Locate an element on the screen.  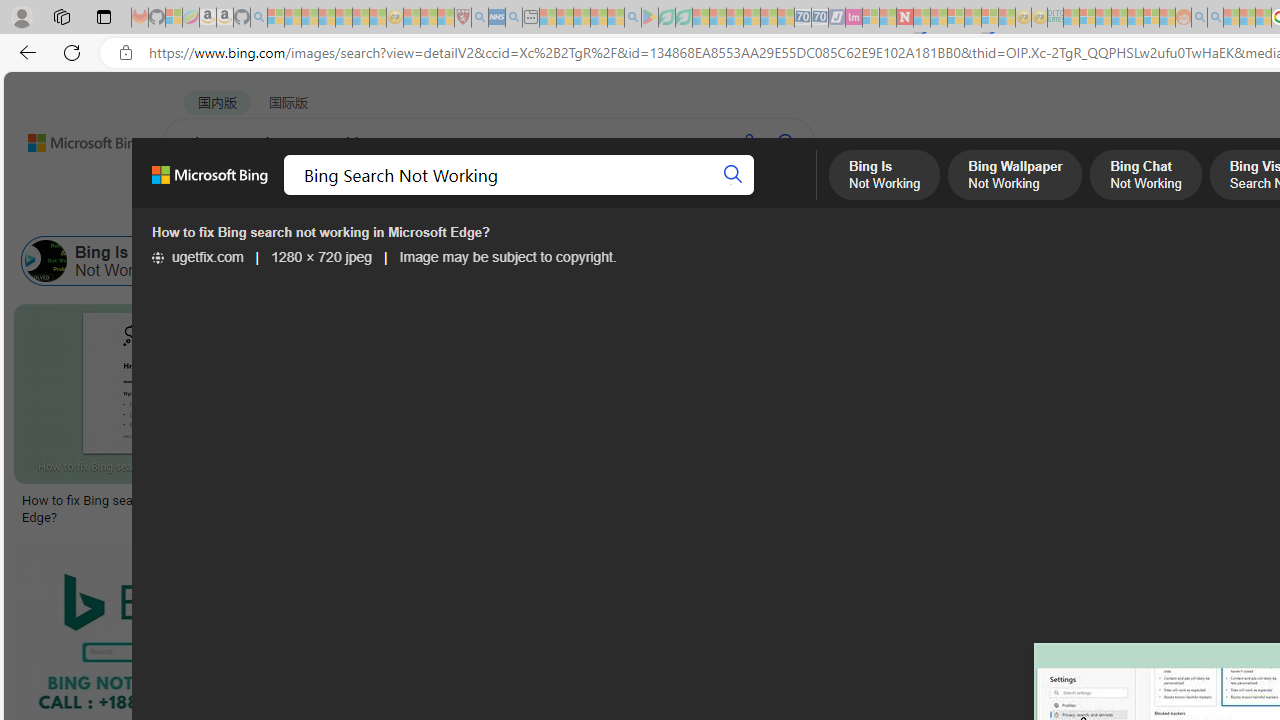
'DICT' is located at coordinates (717, 195).